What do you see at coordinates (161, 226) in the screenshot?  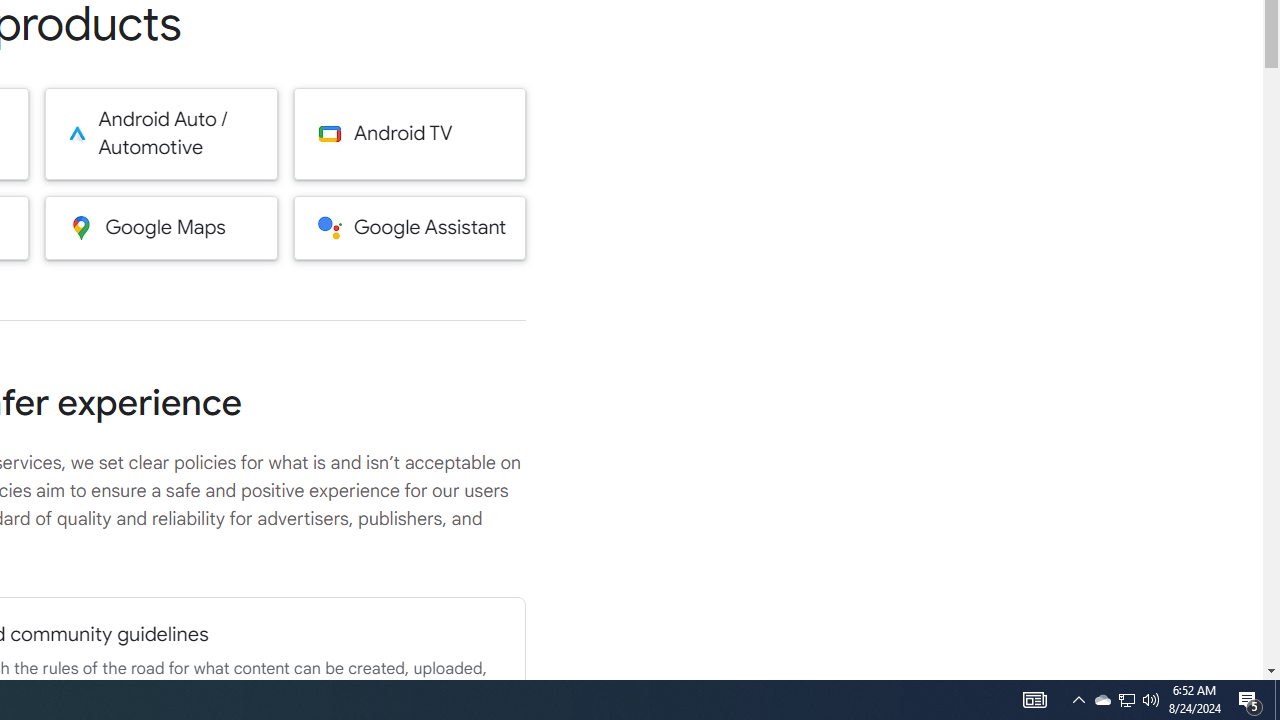 I see `'Google Maps'` at bounding box center [161, 226].